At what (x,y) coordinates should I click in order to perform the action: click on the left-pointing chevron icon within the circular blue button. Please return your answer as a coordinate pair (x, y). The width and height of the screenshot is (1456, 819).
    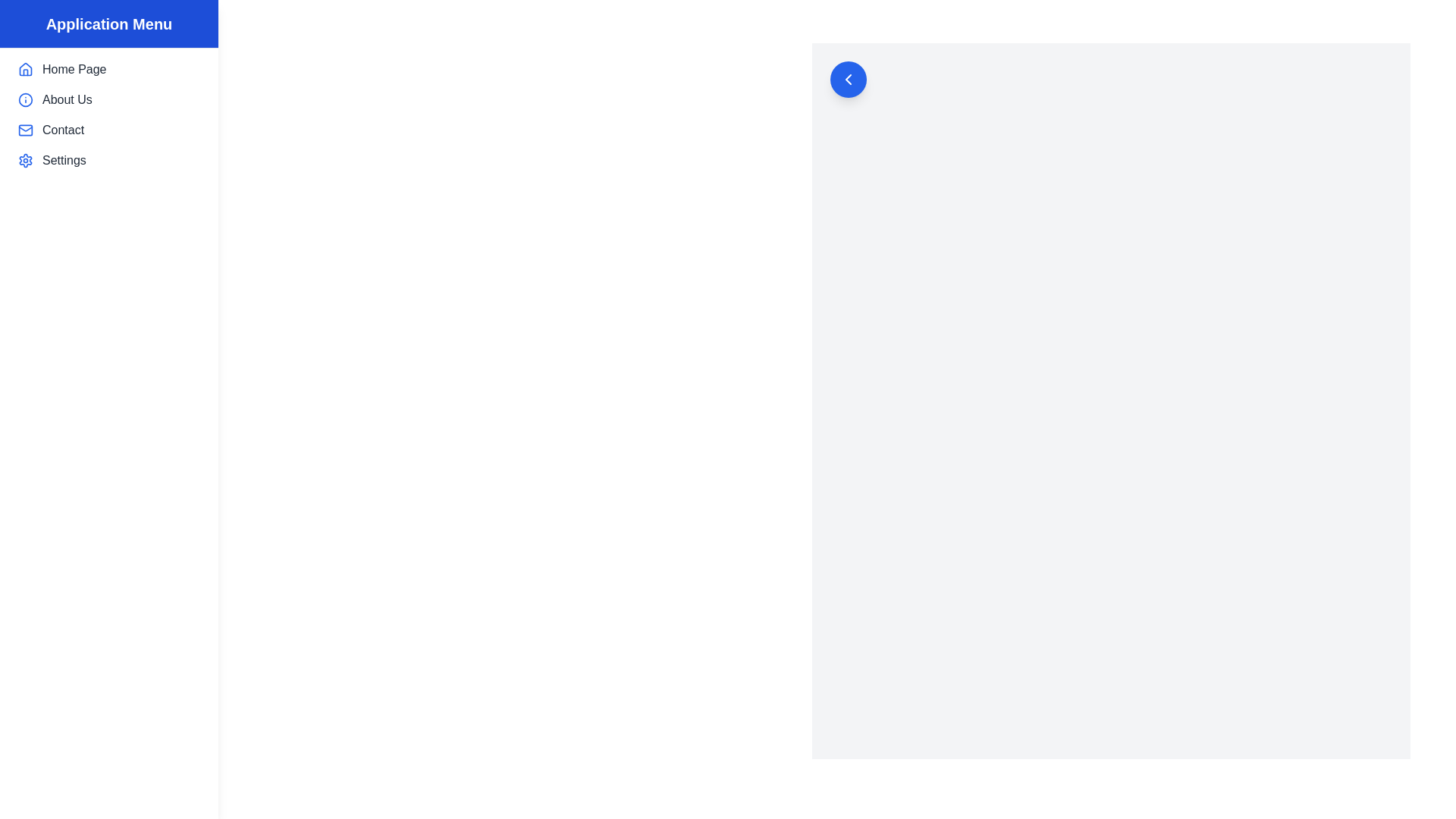
    Looking at the image, I should click on (847, 79).